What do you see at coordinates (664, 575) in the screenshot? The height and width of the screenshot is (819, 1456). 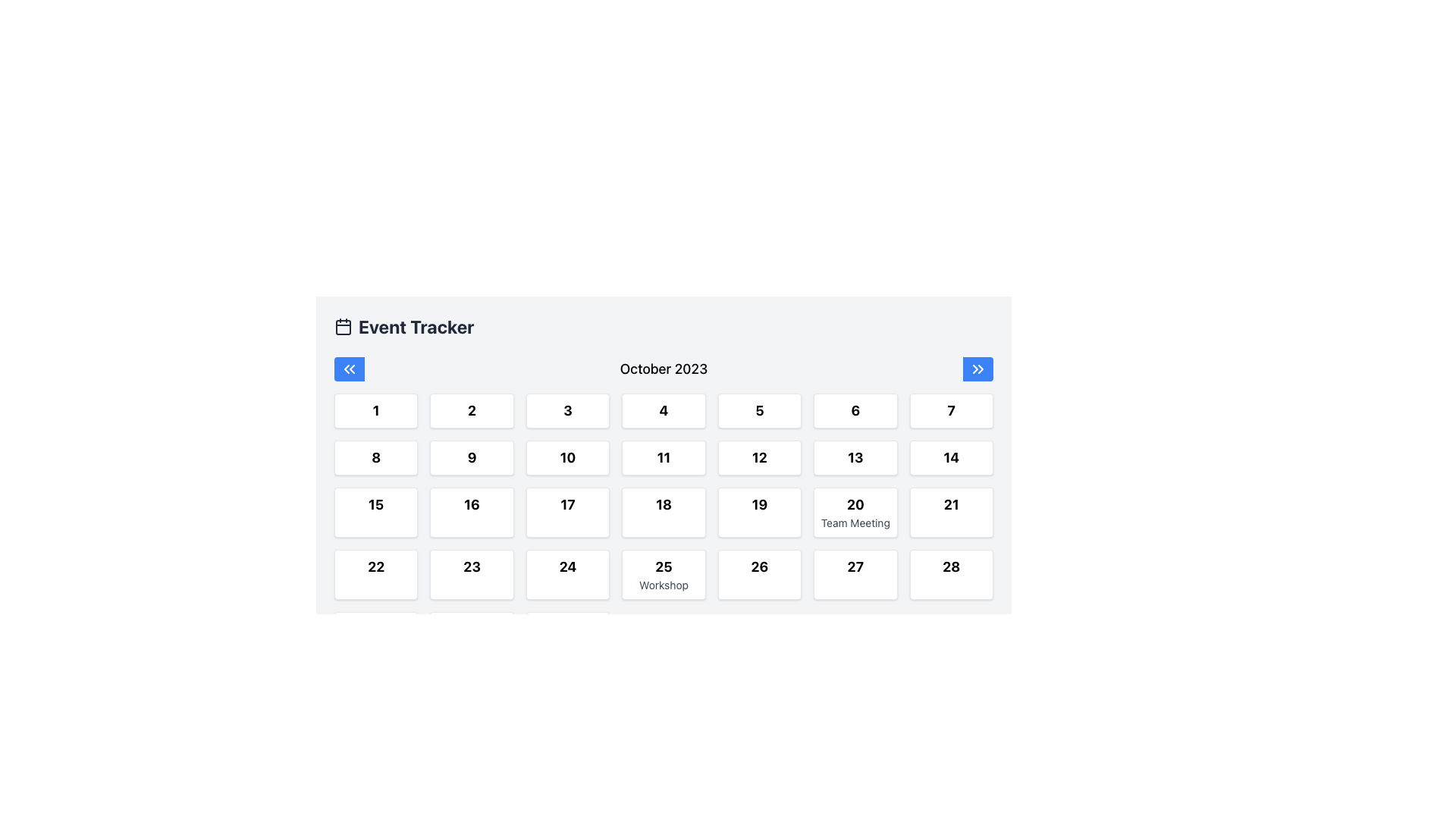 I see `the calendar date cell for the 25th, which indicates an event named 'Workshop'` at bounding box center [664, 575].